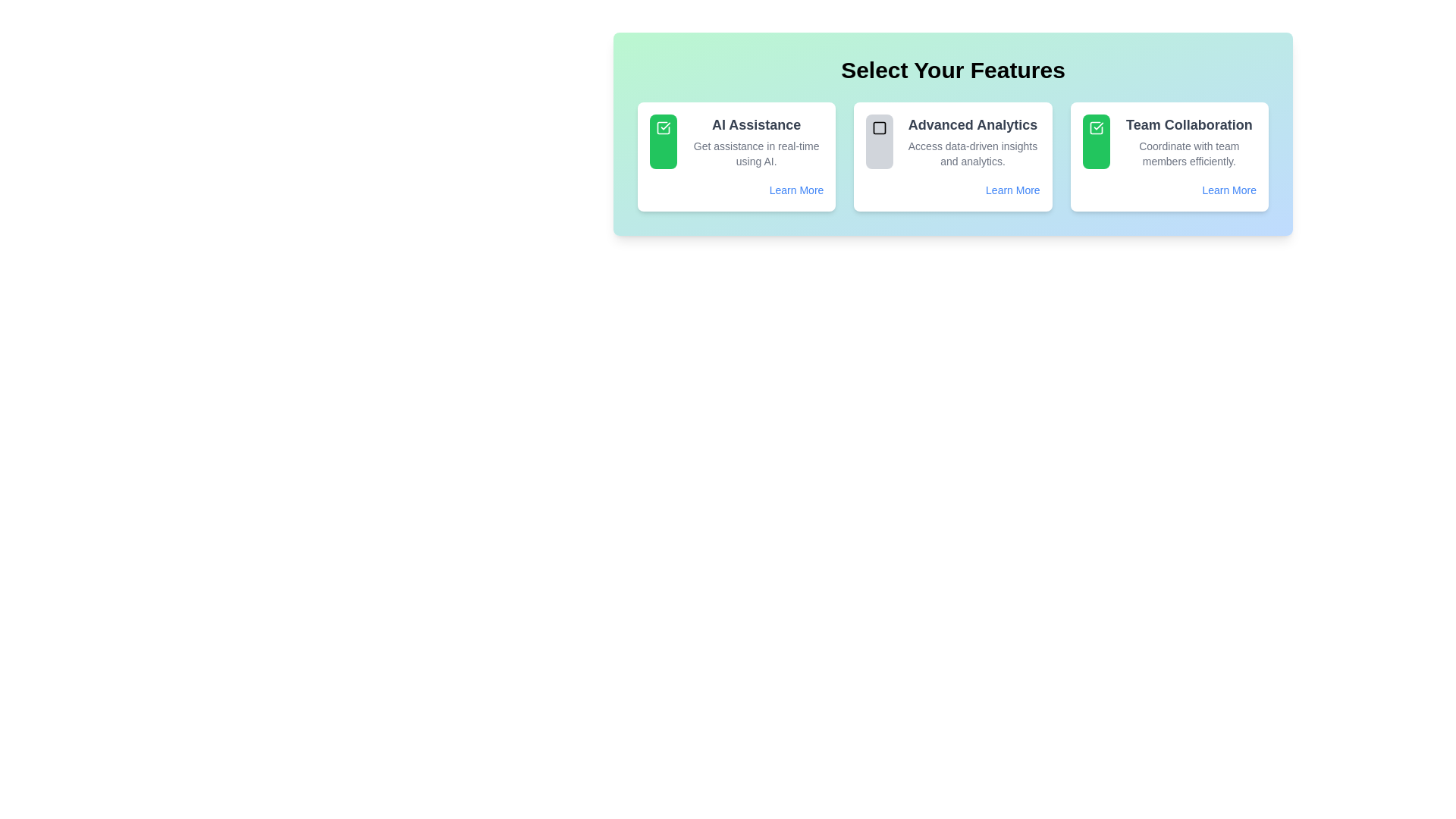 Image resolution: width=1456 pixels, height=819 pixels. Describe the element at coordinates (880, 127) in the screenshot. I see `the decorative or status-related icon located in the center of the 'Advanced Analytics' card, which is surrounded by 'AI Assistance' and 'Team Collaboration' cards` at that location.